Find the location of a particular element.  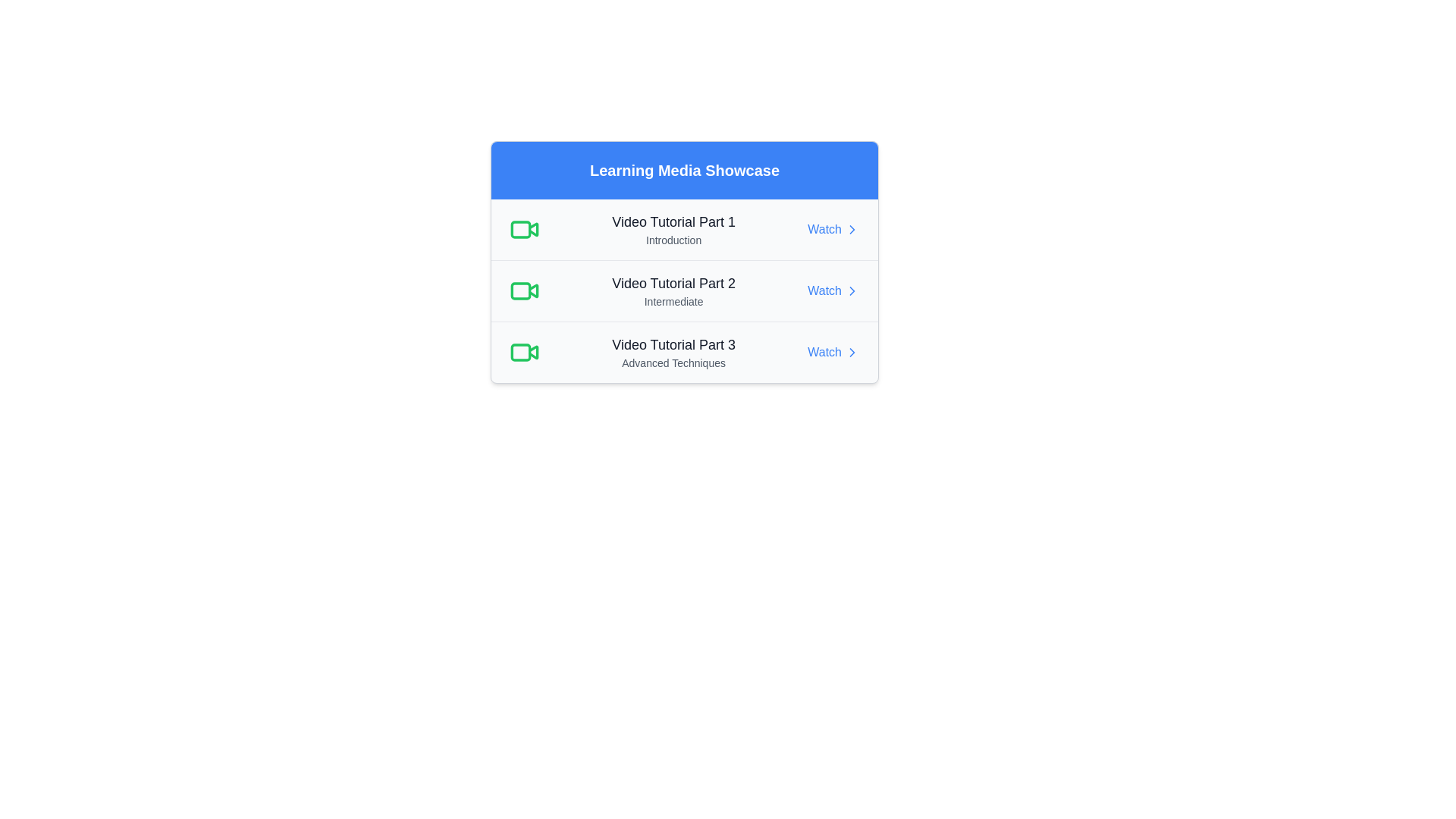

the Text Label element that displays the word 'Intermediate', which is styled in small gray text and located beneath the title 'Video Tutorial Part 2' is located at coordinates (673, 301).